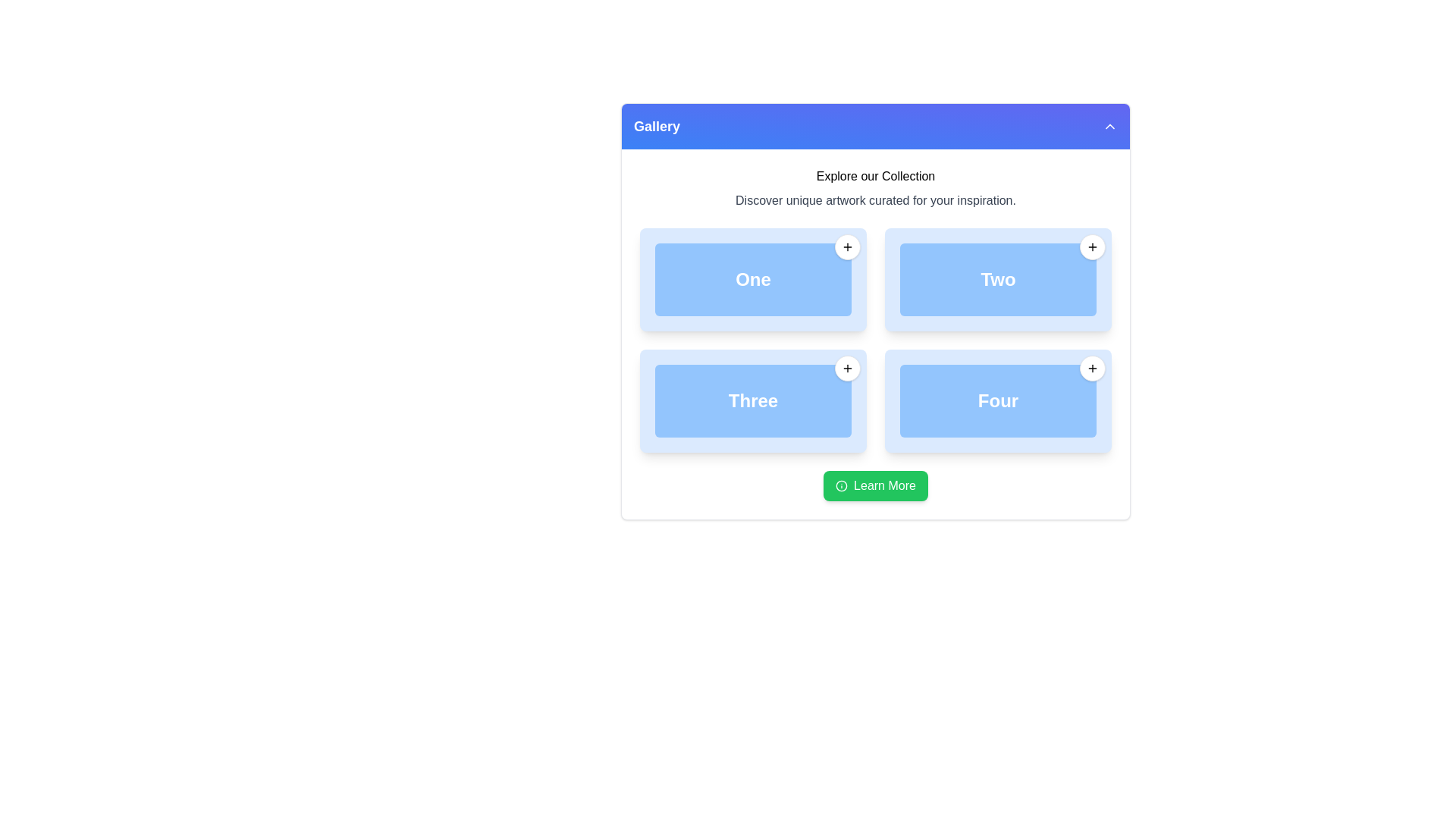 The image size is (1456, 819). Describe the element at coordinates (753, 280) in the screenshot. I see `the Text label located in the first blue tile in the top-left corner of a 2x2 grid of similar blue tiles` at that location.